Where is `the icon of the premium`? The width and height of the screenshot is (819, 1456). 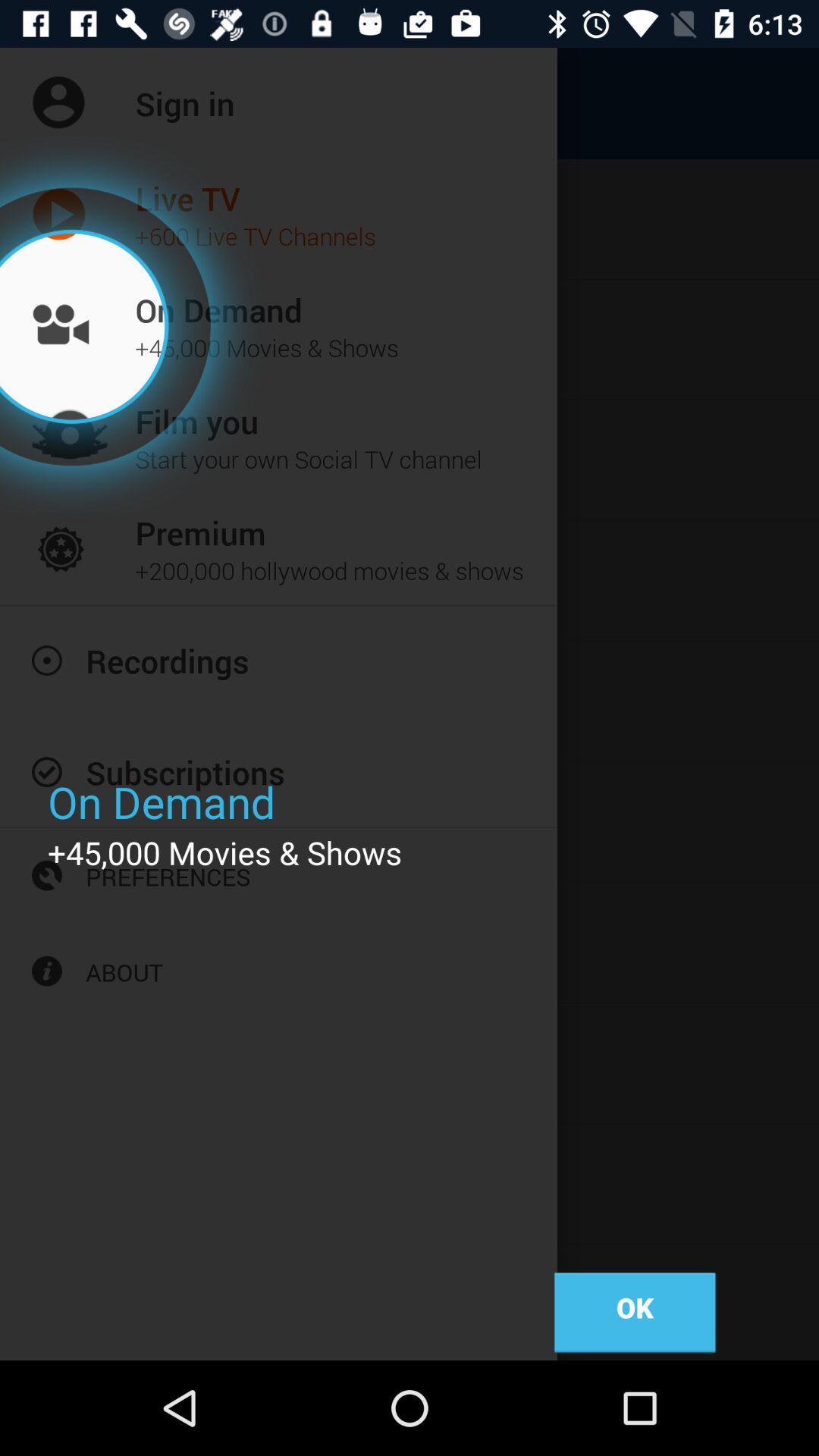 the icon of the premium is located at coordinates (71, 548).